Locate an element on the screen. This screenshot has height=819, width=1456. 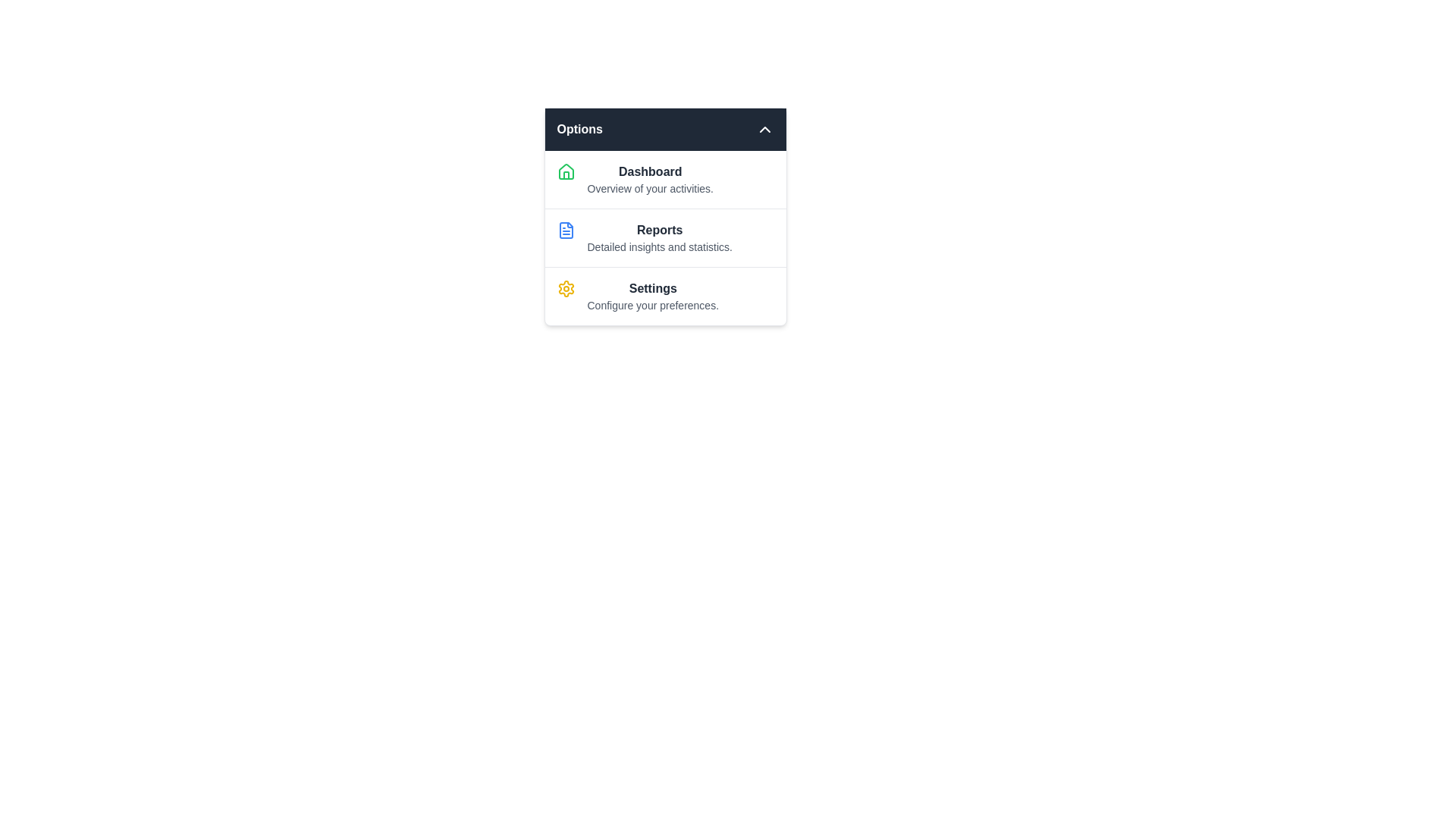
the small vertical rectangle with a green outline that is part of the house icon to the left of the 'Dashboard' text label in the UI menu is located at coordinates (565, 174).